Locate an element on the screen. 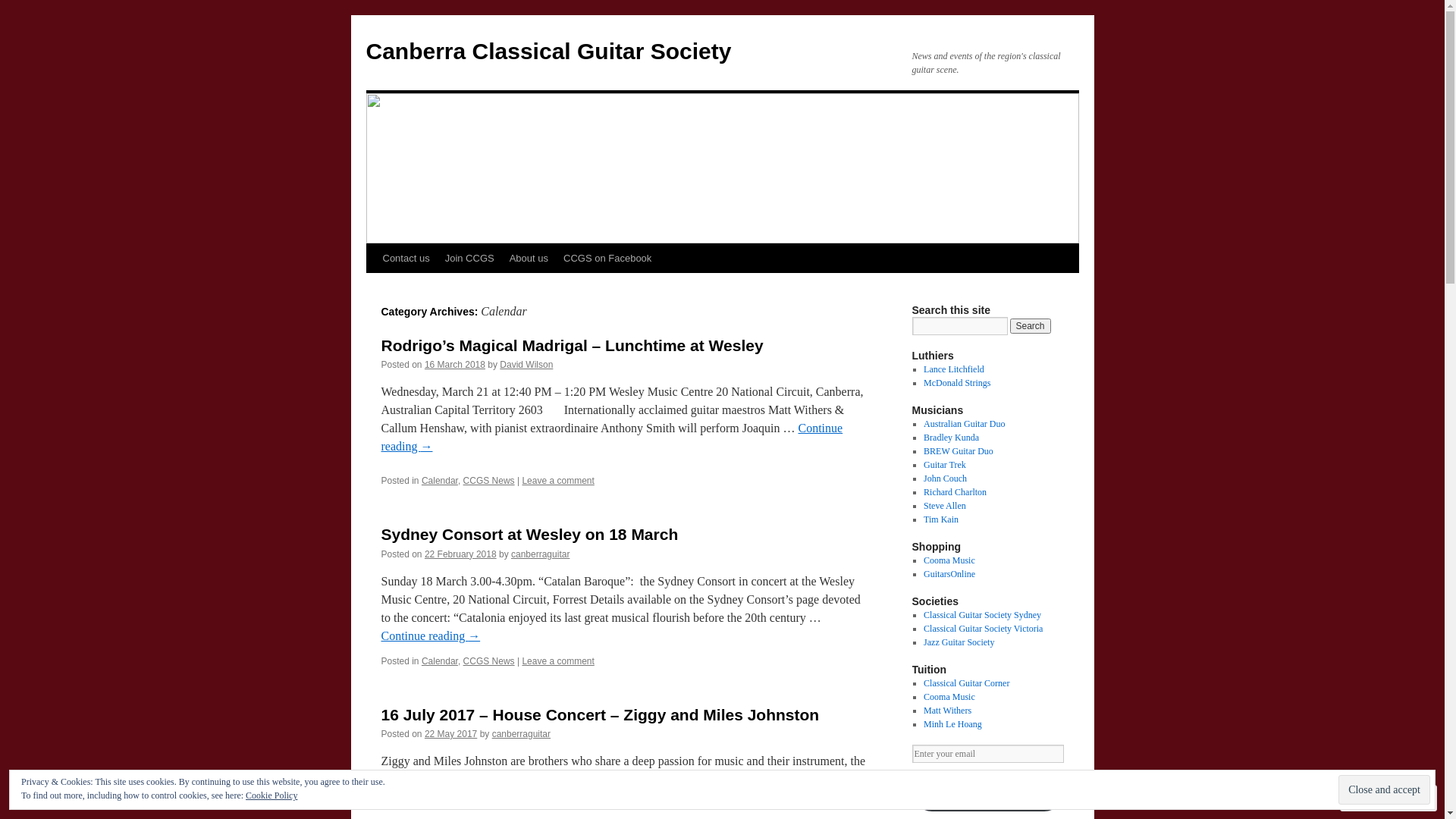 This screenshot has height=819, width=1456. 'CCGS News' is located at coordinates (488, 660).